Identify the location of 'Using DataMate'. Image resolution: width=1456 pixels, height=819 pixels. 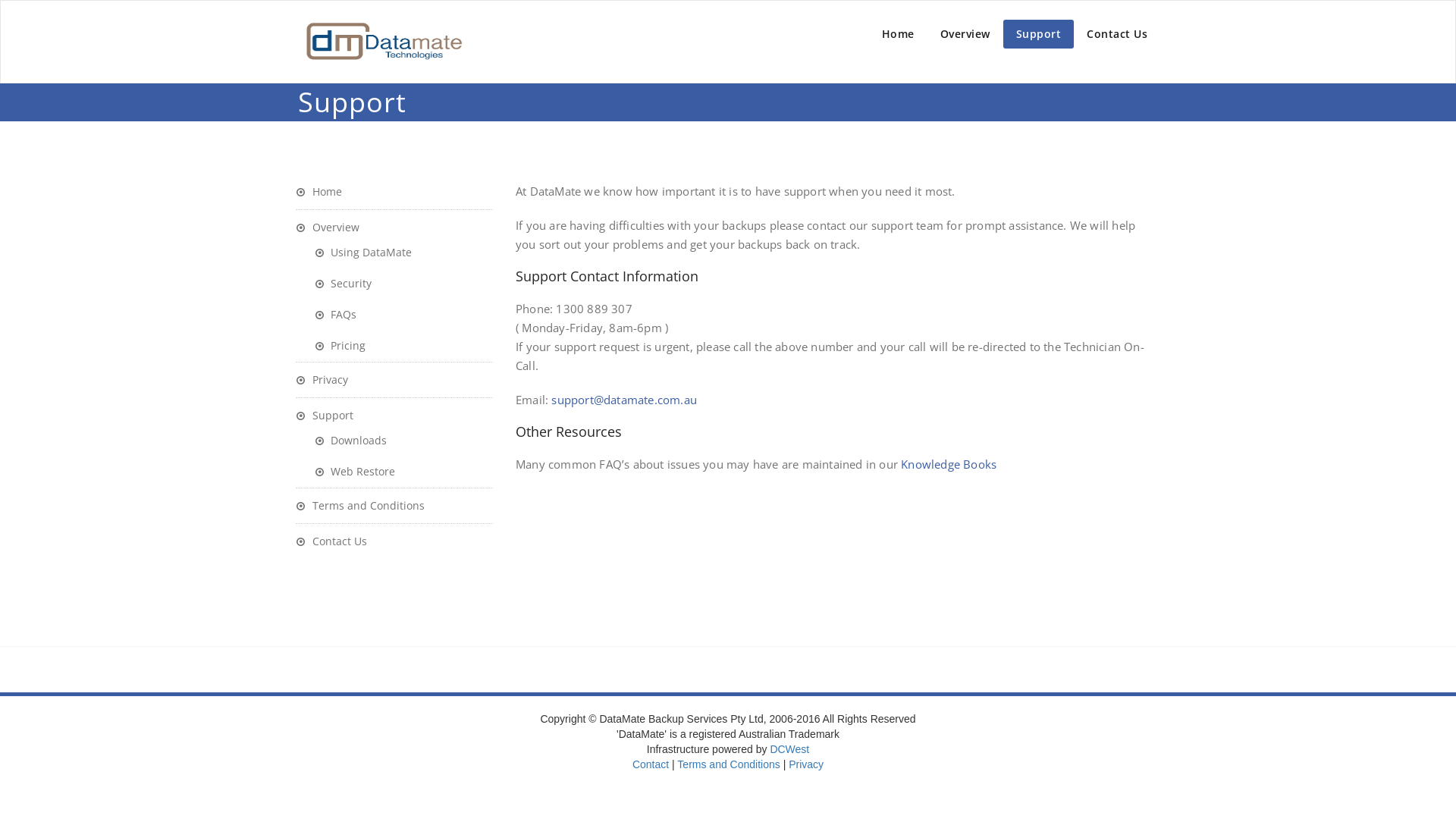
(313, 251).